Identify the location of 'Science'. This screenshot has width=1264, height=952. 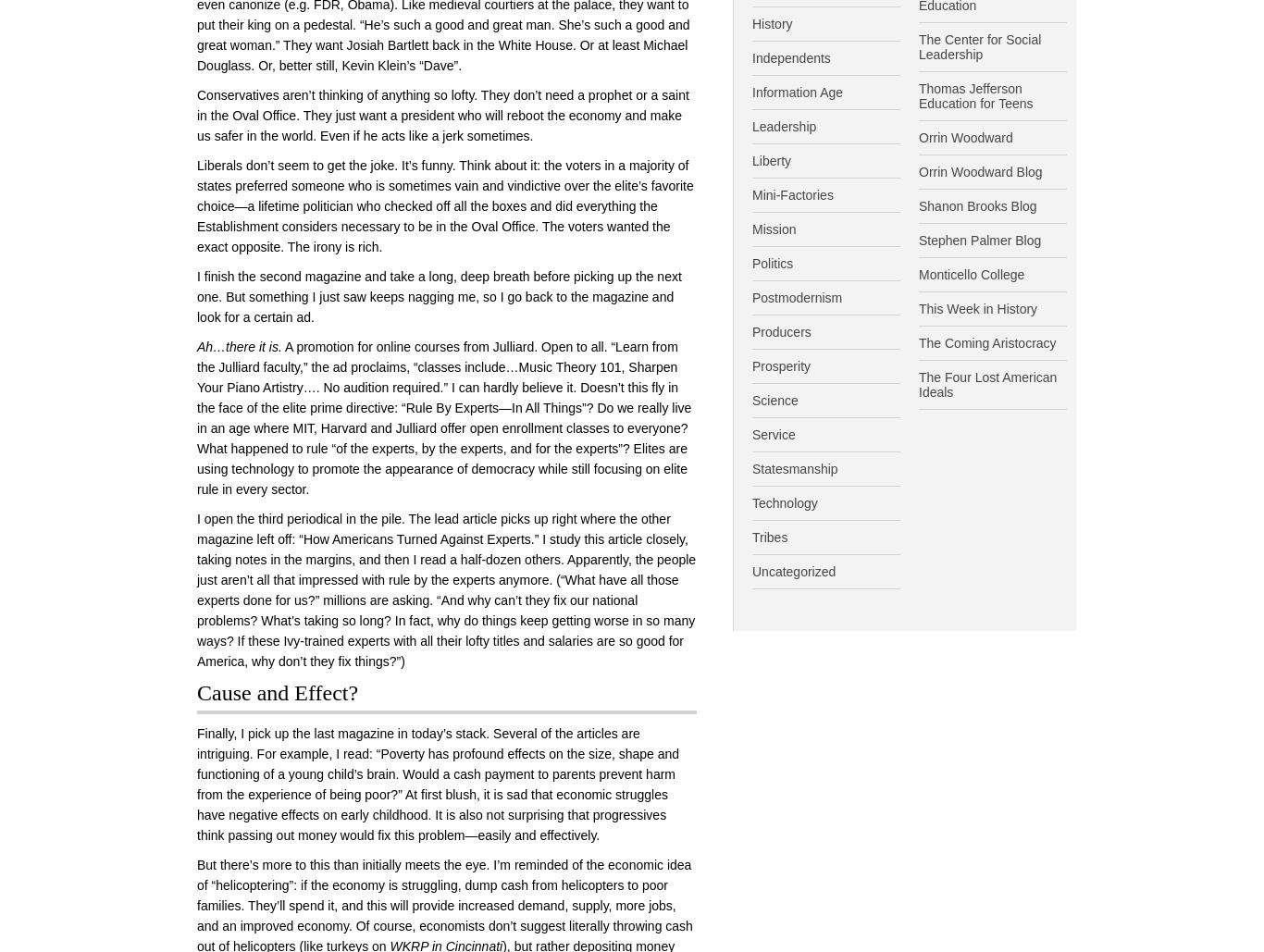
(774, 398).